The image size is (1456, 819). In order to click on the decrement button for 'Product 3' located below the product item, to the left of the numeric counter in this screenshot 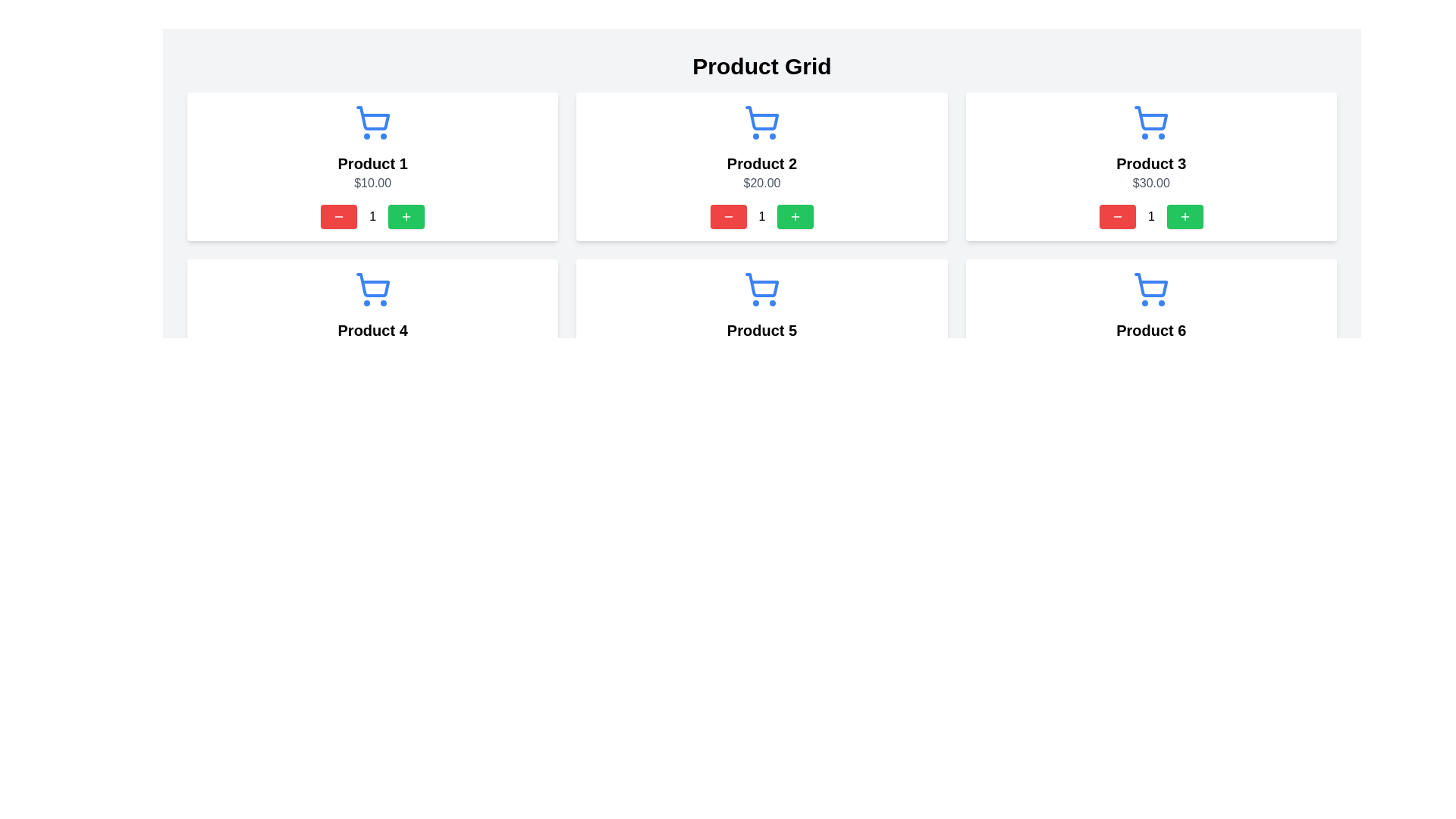, I will do `click(1117, 216)`.